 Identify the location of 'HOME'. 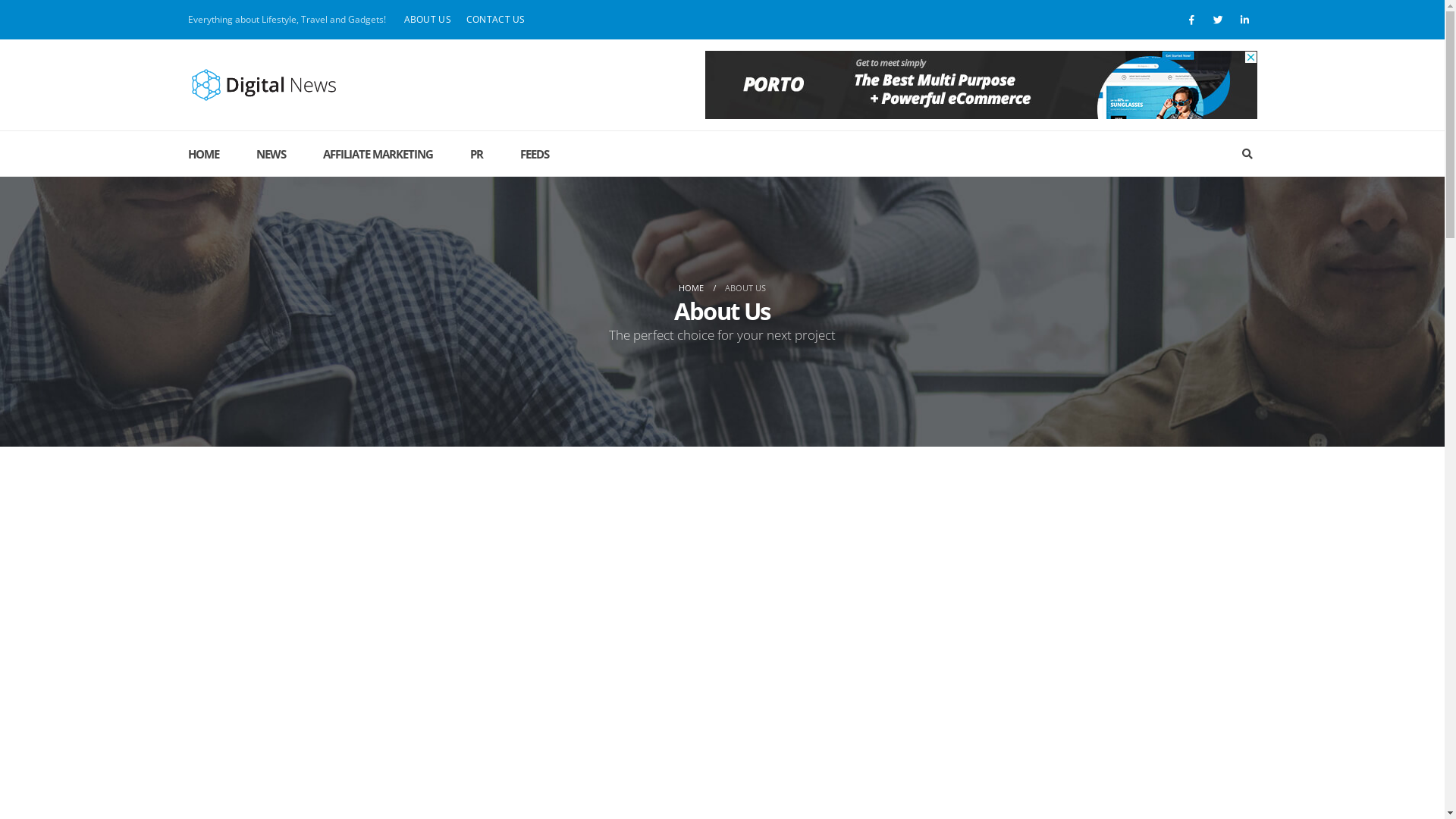
(212, 154).